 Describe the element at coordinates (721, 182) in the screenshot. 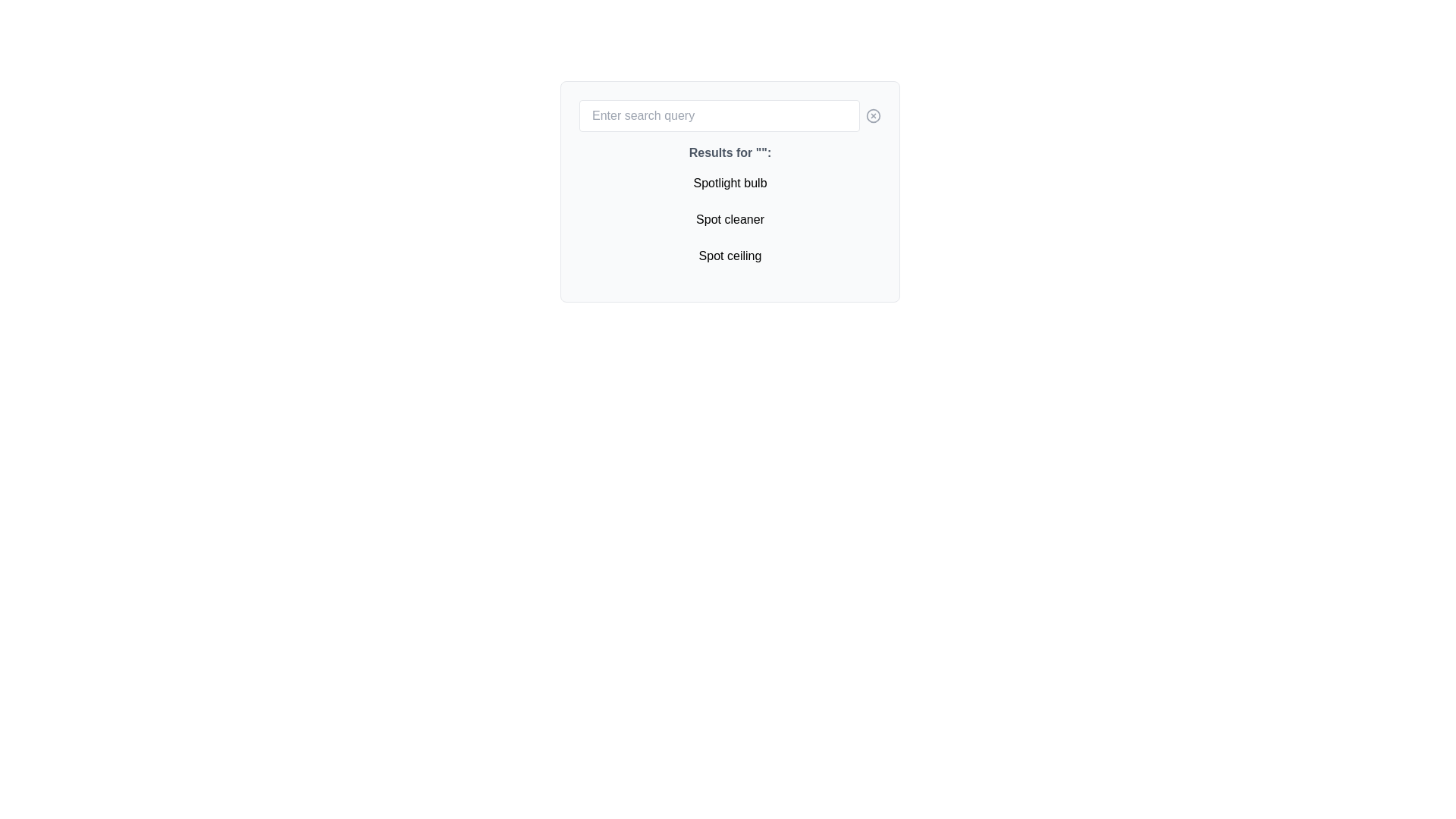

I see `the eighth character of the text 'Spotlight bulb' displayed in the search results list, which is part of the first item in the list` at that location.